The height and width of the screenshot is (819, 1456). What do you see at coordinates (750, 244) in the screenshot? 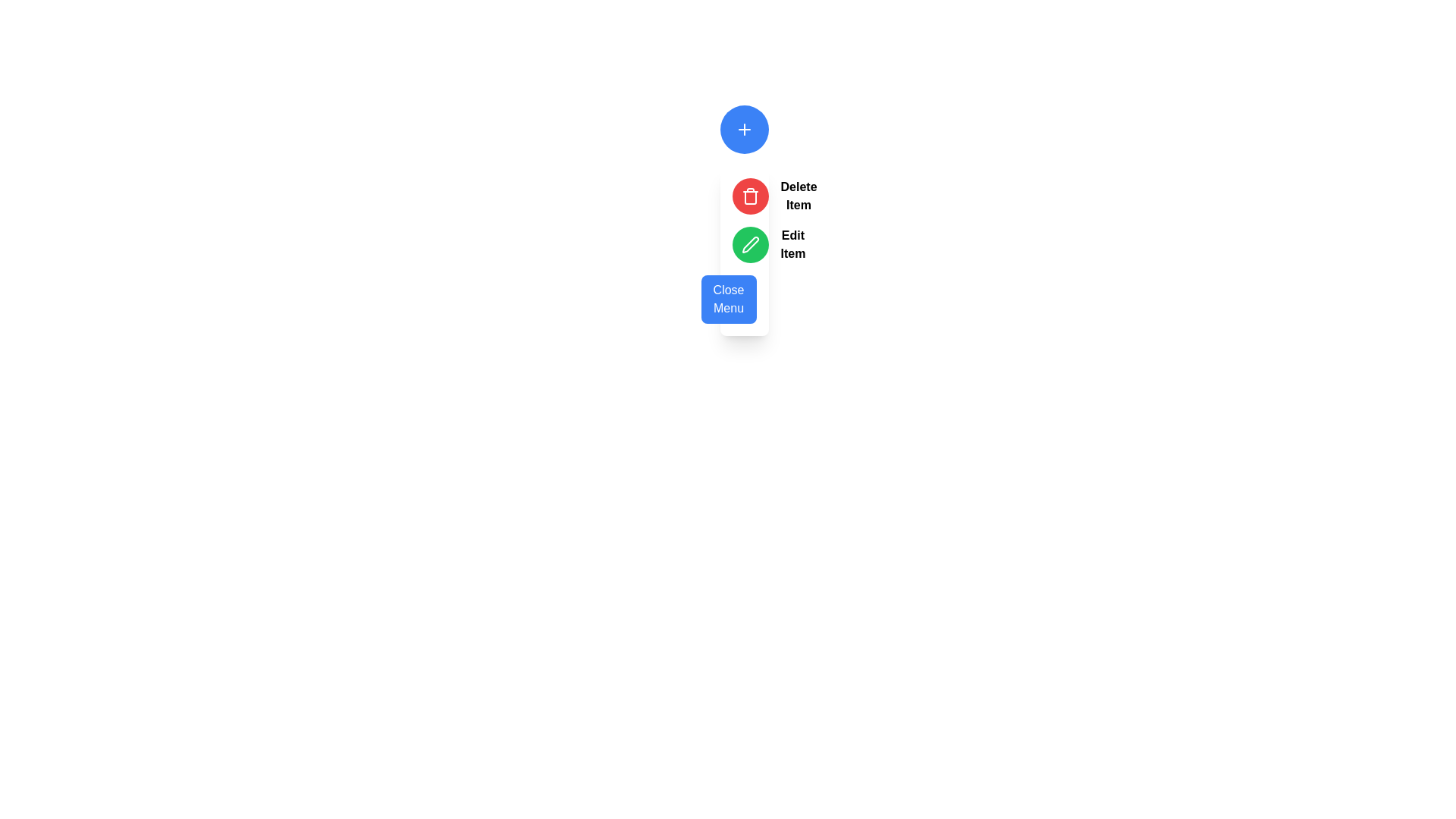
I see `the circular green icon button located in the vertical menu interface` at bounding box center [750, 244].